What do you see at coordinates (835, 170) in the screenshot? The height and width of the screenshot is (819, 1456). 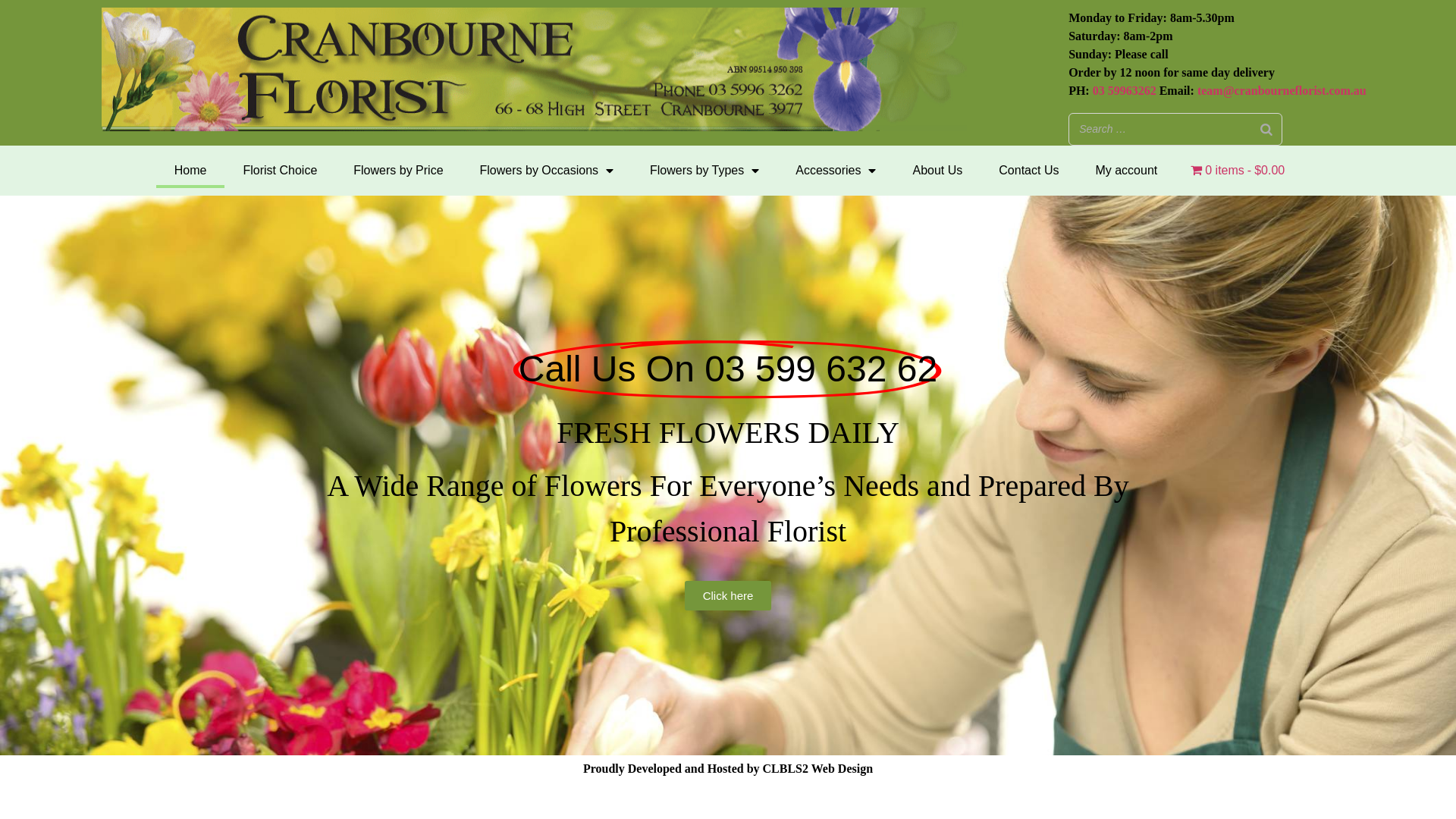 I see `'Accessories'` at bounding box center [835, 170].